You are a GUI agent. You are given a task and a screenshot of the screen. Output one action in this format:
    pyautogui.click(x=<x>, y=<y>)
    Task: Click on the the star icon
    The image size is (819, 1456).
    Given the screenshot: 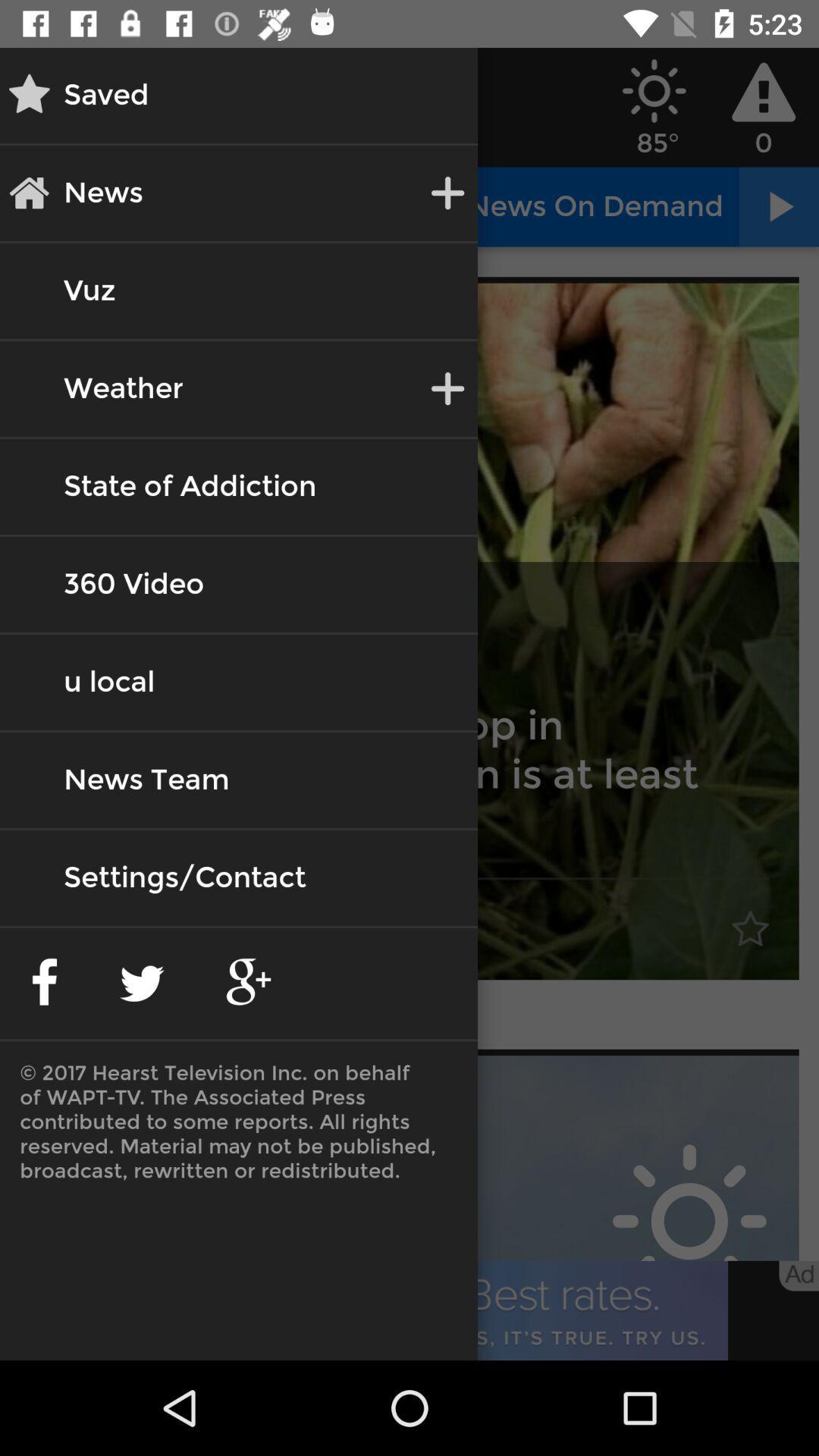 What is the action you would take?
    pyautogui.click(x=55, y=102)
    